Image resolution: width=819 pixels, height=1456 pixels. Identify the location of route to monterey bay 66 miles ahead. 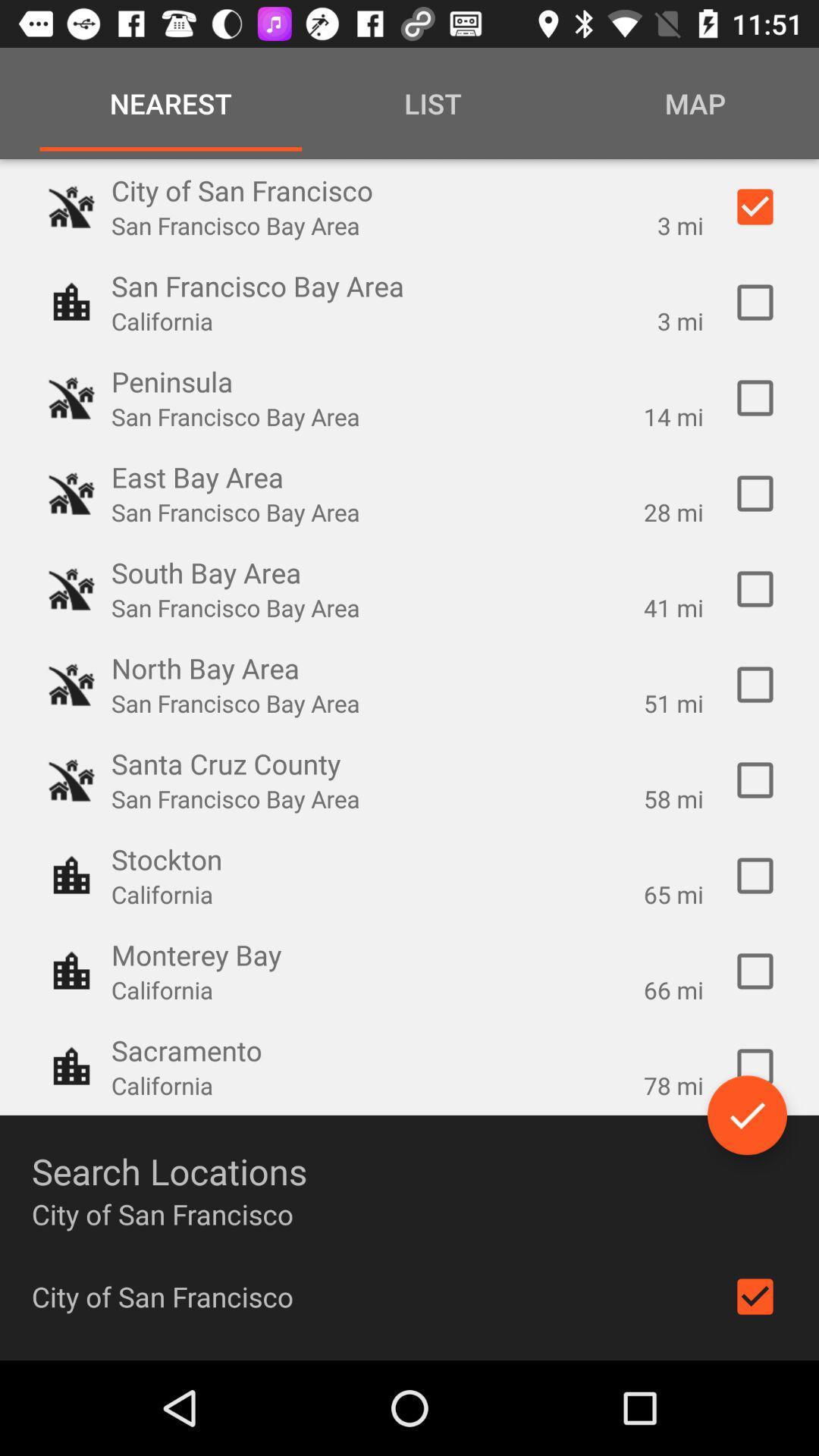
(755, 971).